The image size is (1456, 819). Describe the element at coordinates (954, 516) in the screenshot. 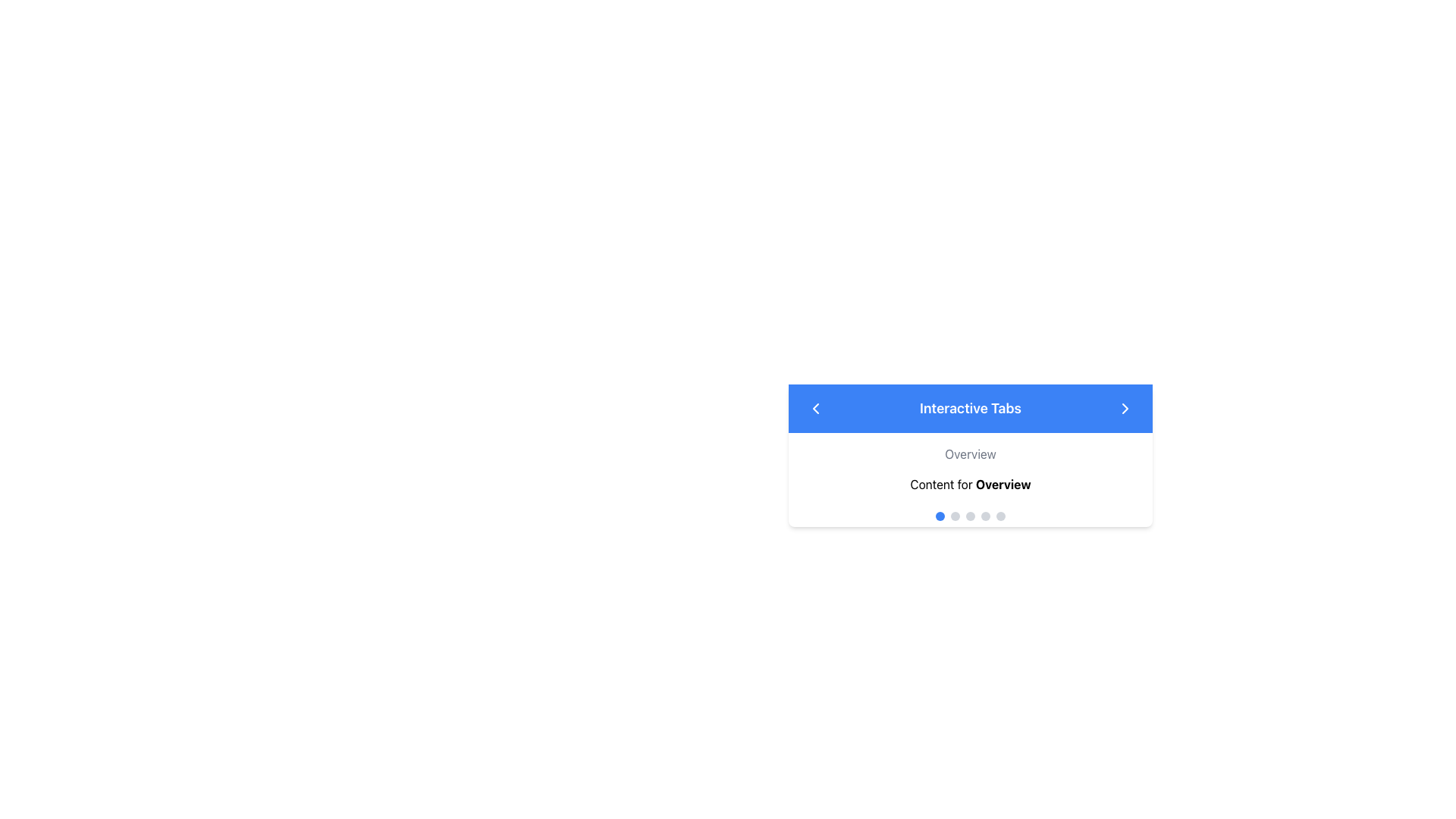

I see `the second circular Navigation Indicator, which is light gray and located below the 'Content for Overview' section` at that location.